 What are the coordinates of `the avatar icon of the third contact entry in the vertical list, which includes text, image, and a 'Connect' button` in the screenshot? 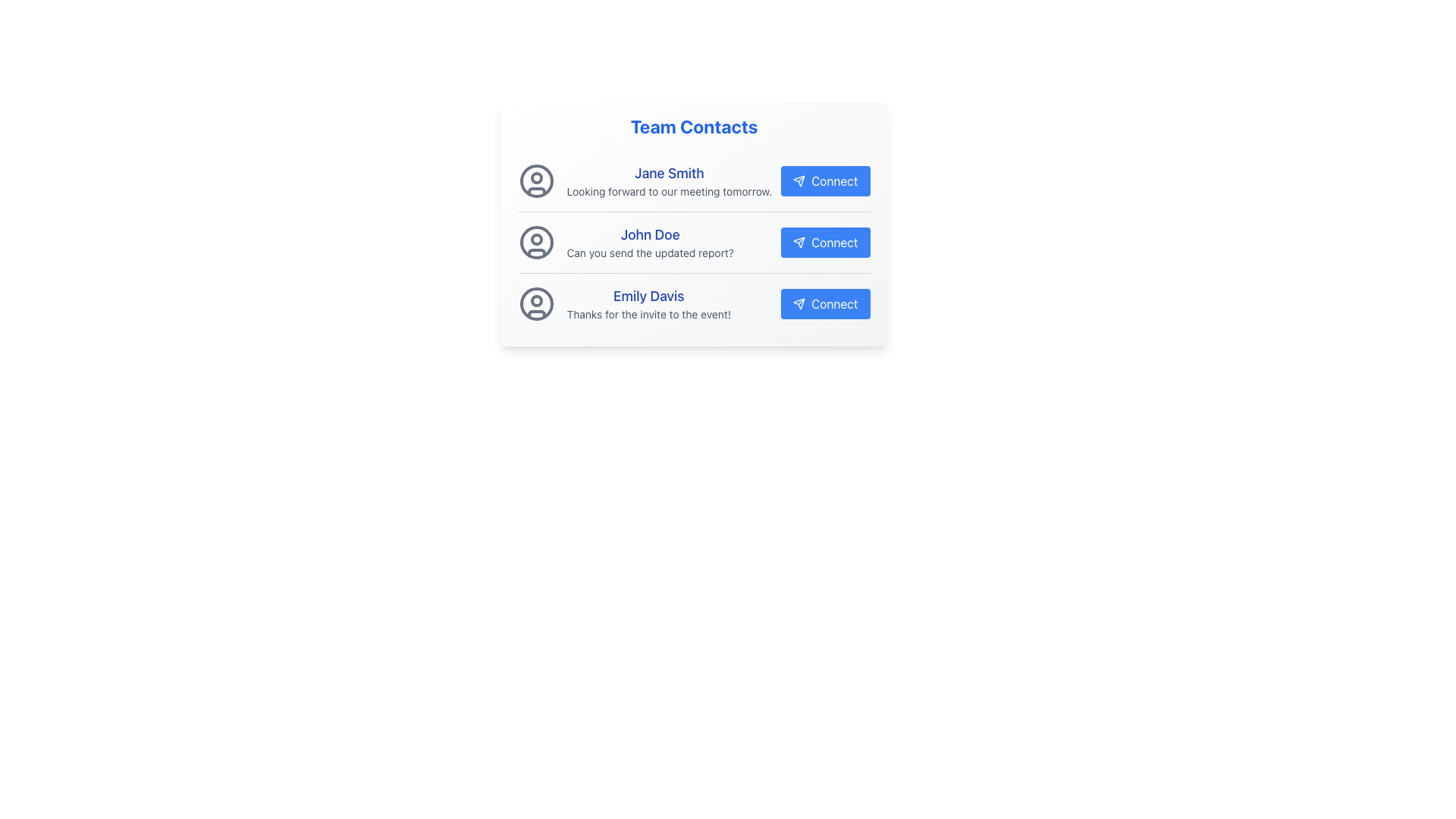 It's located at (693, 304).